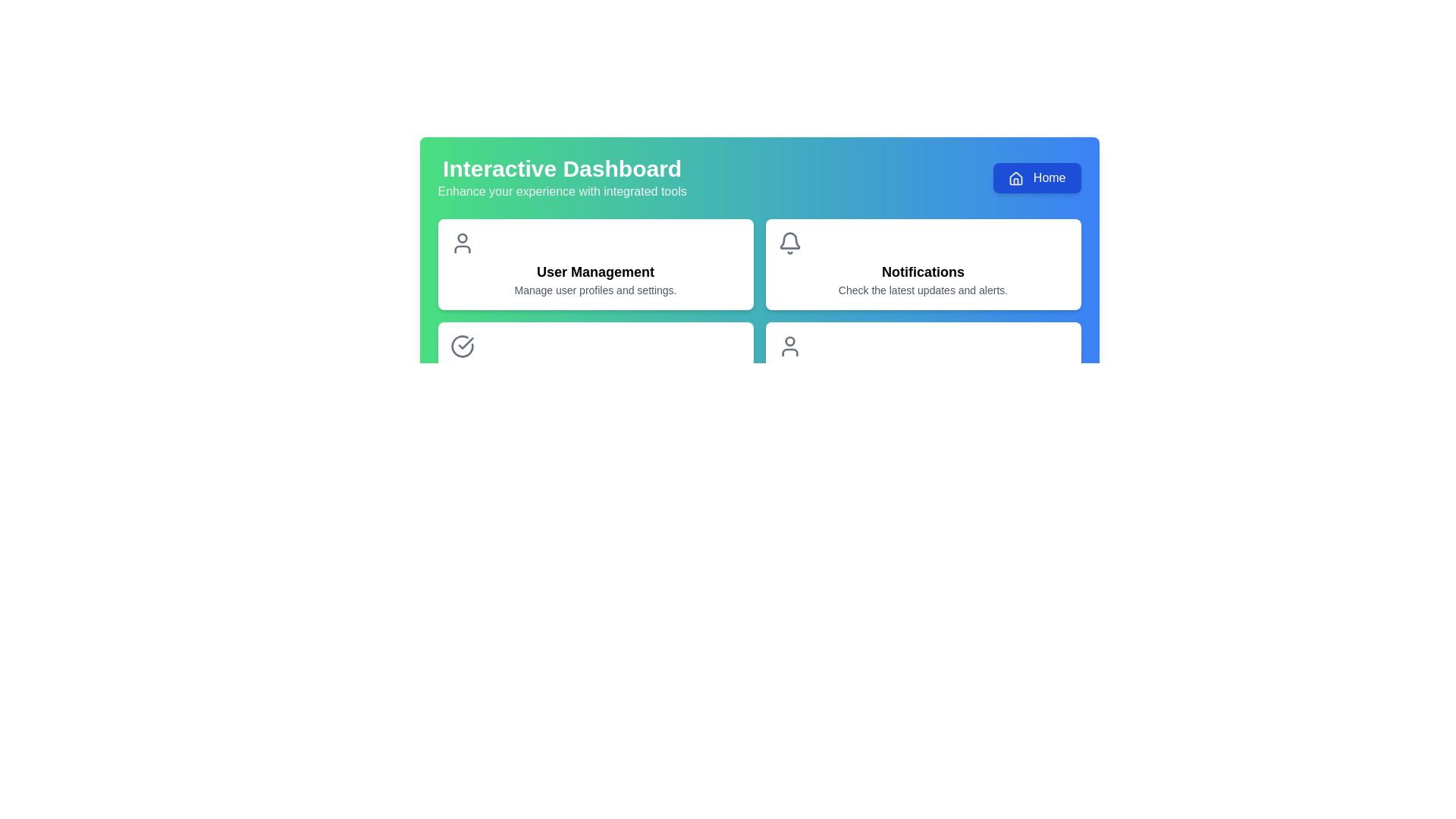 This screenshot has height=819, width=1456. I want to click on the Informational card located in the top left corner of the 2x2 grid layout, so click(595, 263).